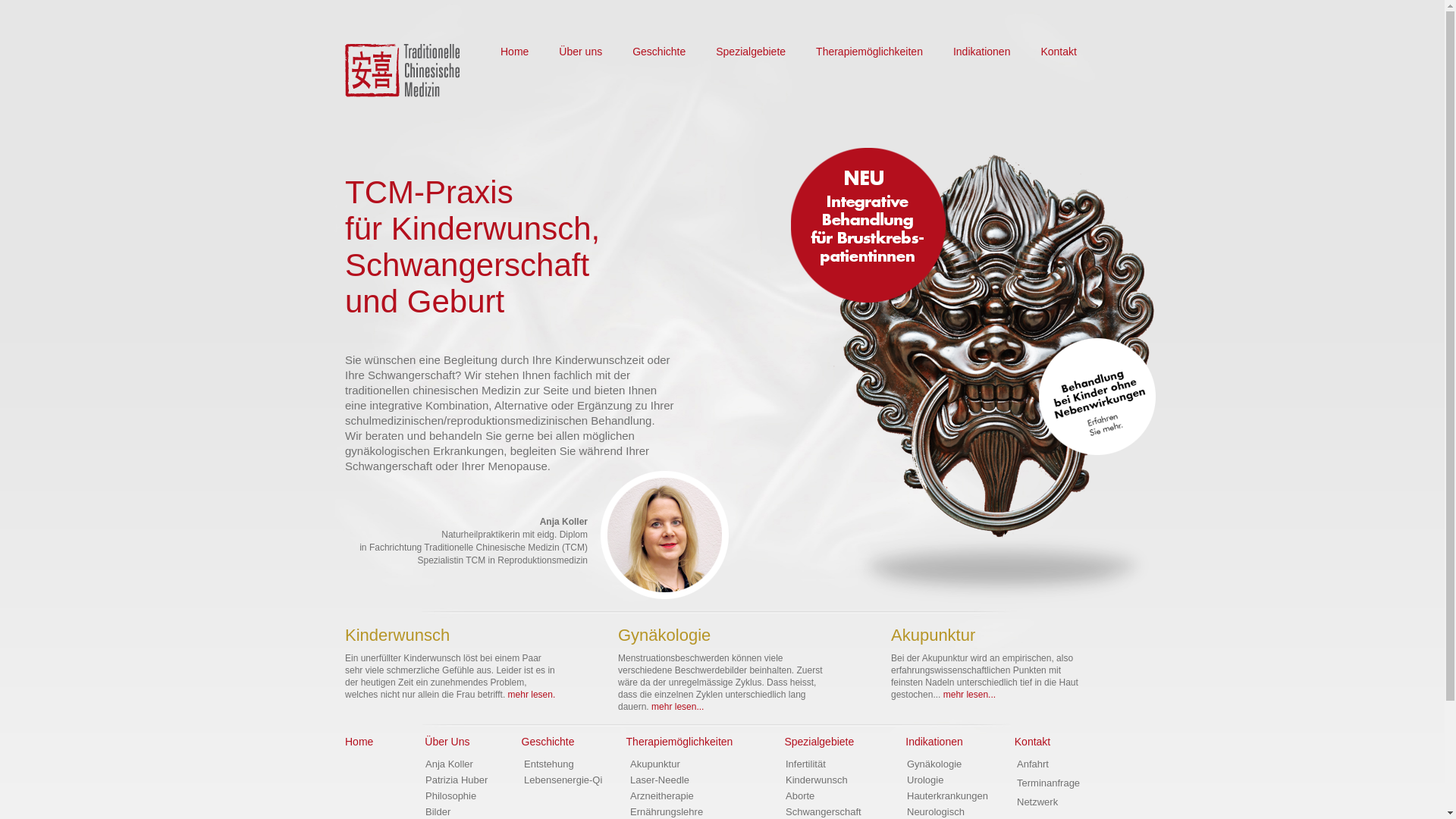  Describe the element at coordinates (1057, 51) in the screenshot. I see `'Kontakt'` at that location.